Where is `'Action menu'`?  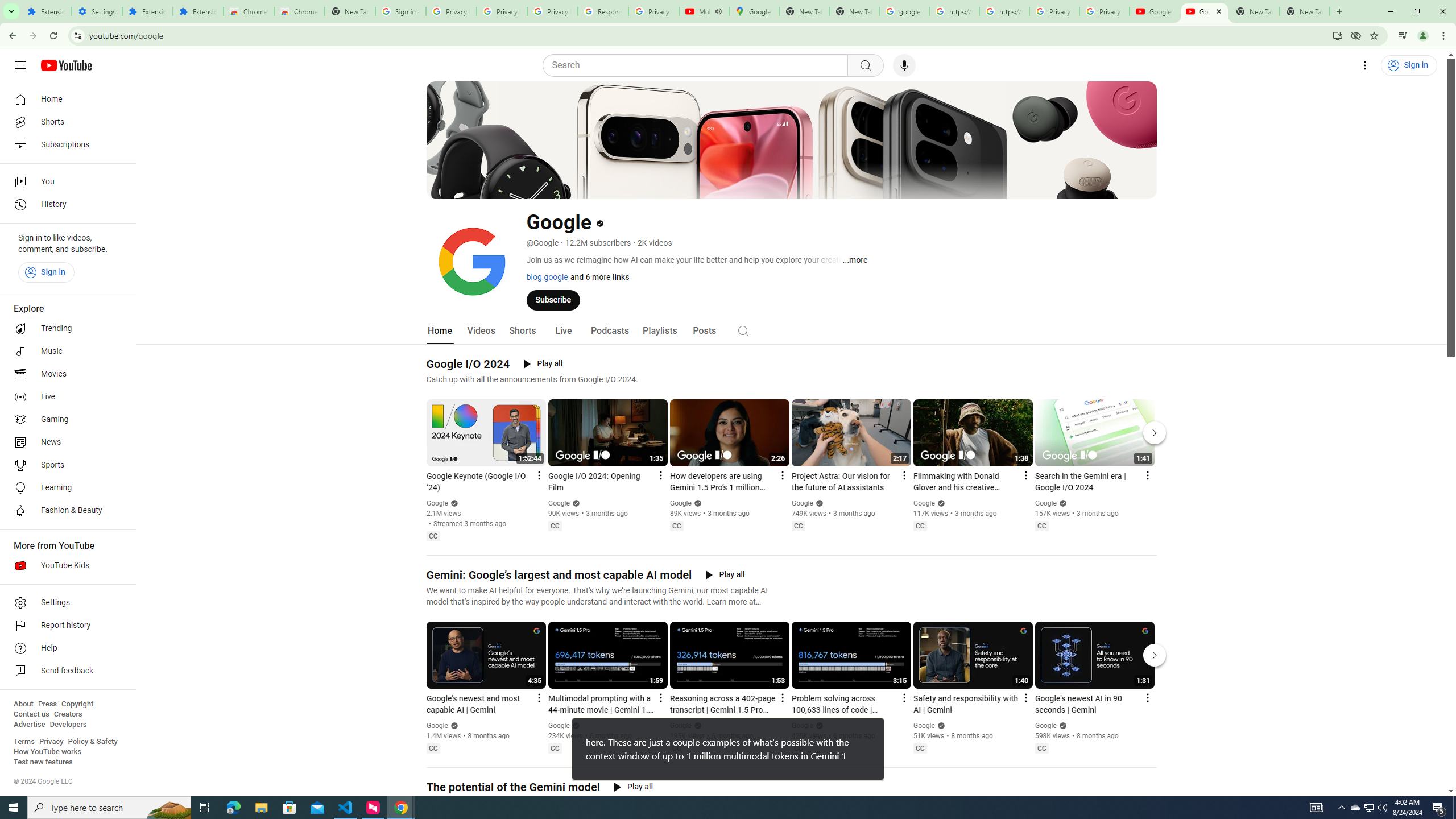 'Action menu' is located at coordinates (1147, 697).